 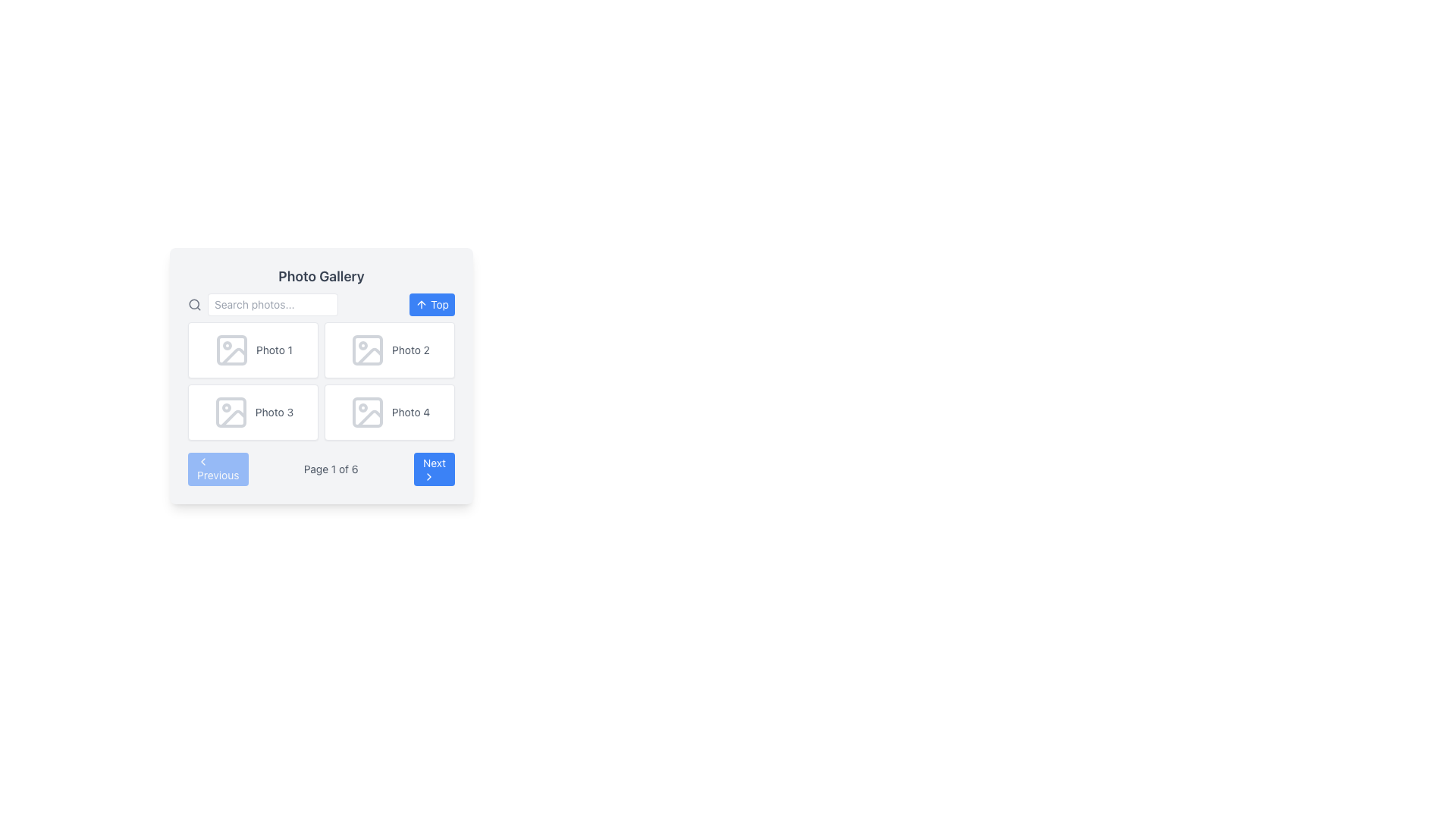 I want to click on the fourth card in the photo gallery interface, which serves as a preview for a photo, so click(x=389, y=412).